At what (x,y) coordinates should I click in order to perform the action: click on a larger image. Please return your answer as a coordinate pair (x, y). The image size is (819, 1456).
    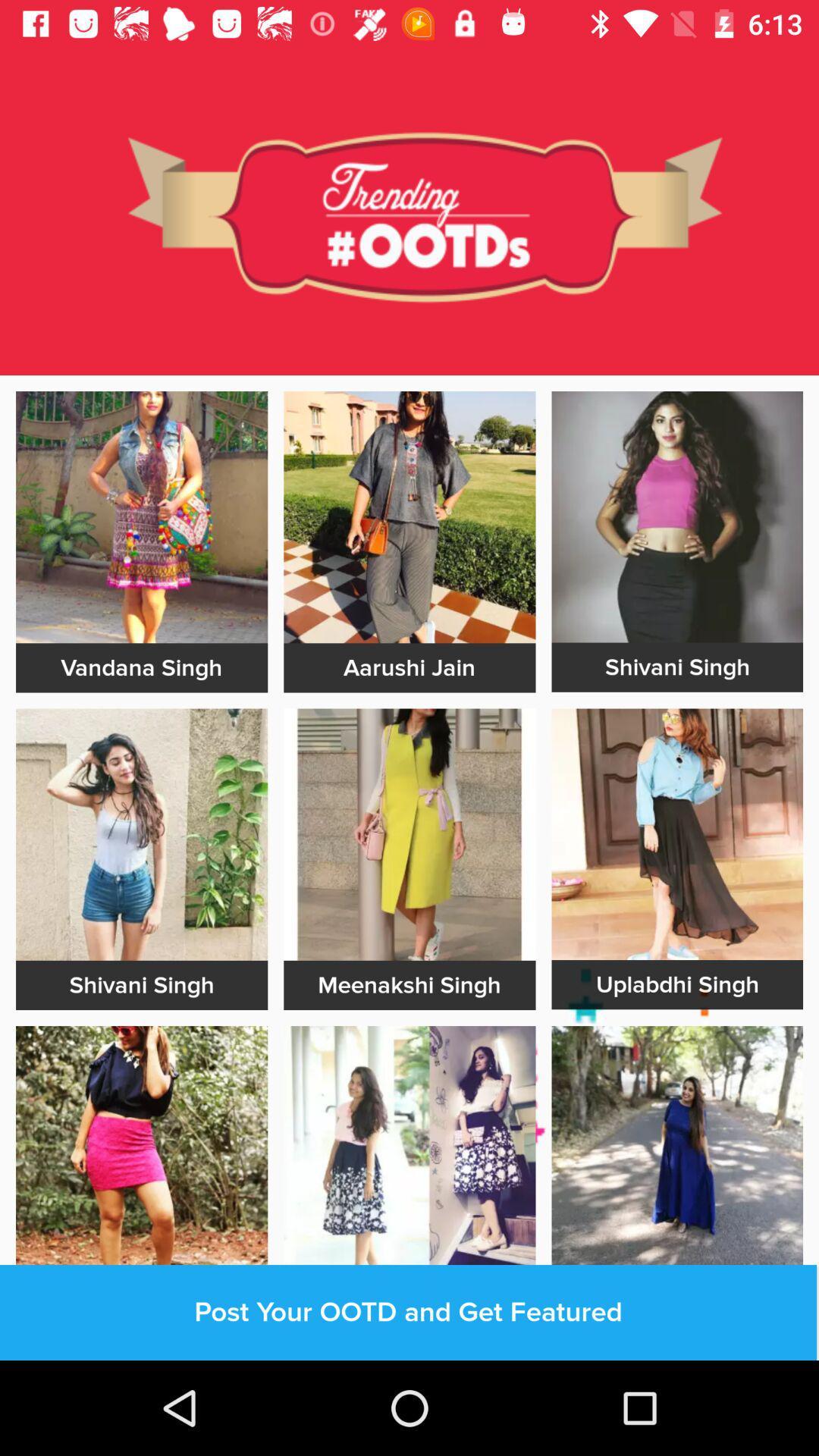
    Looking at the image, I should click on (142, 833).